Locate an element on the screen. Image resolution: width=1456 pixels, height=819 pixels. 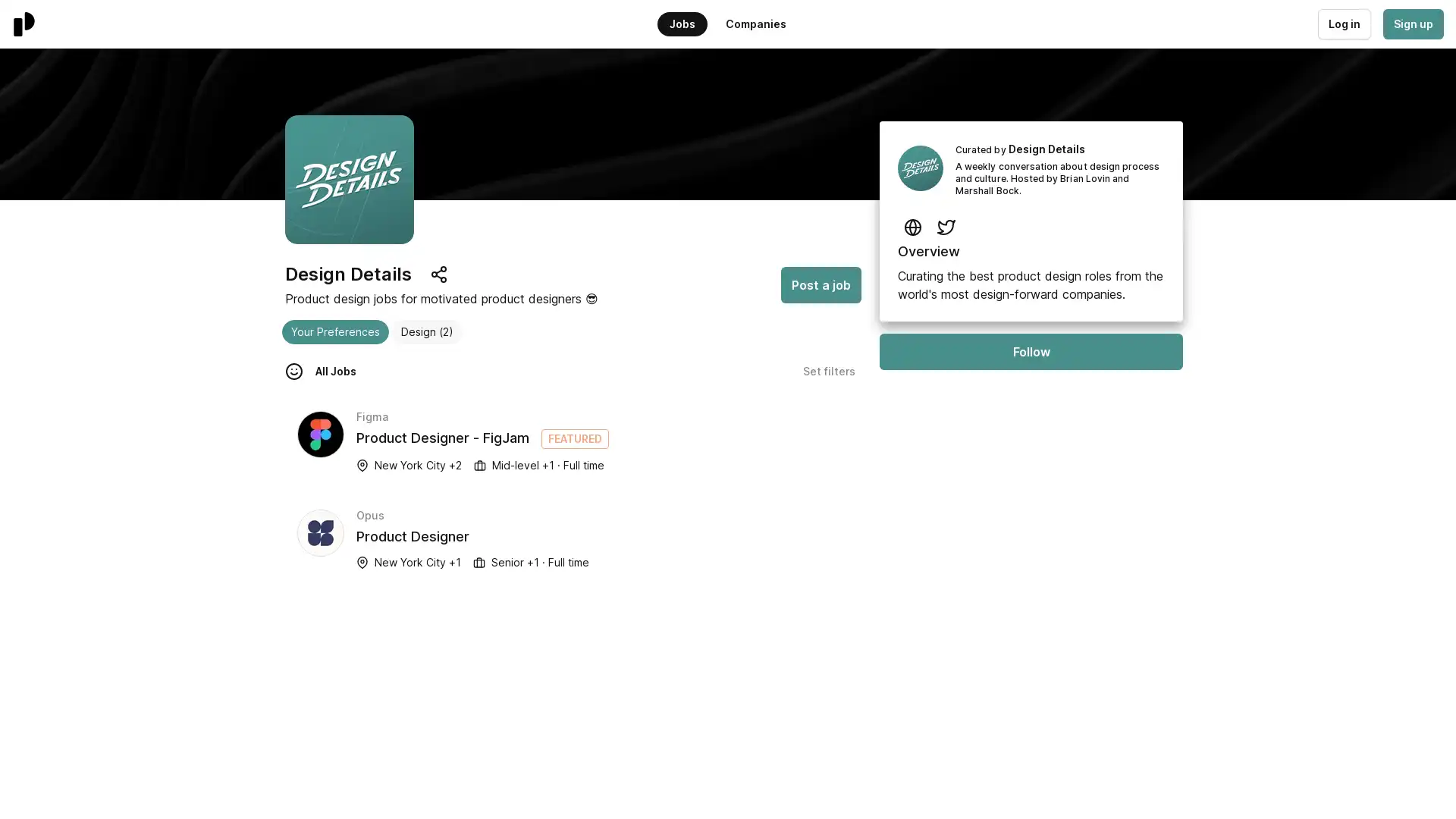
Follow is located at coordinates (1031, 351).